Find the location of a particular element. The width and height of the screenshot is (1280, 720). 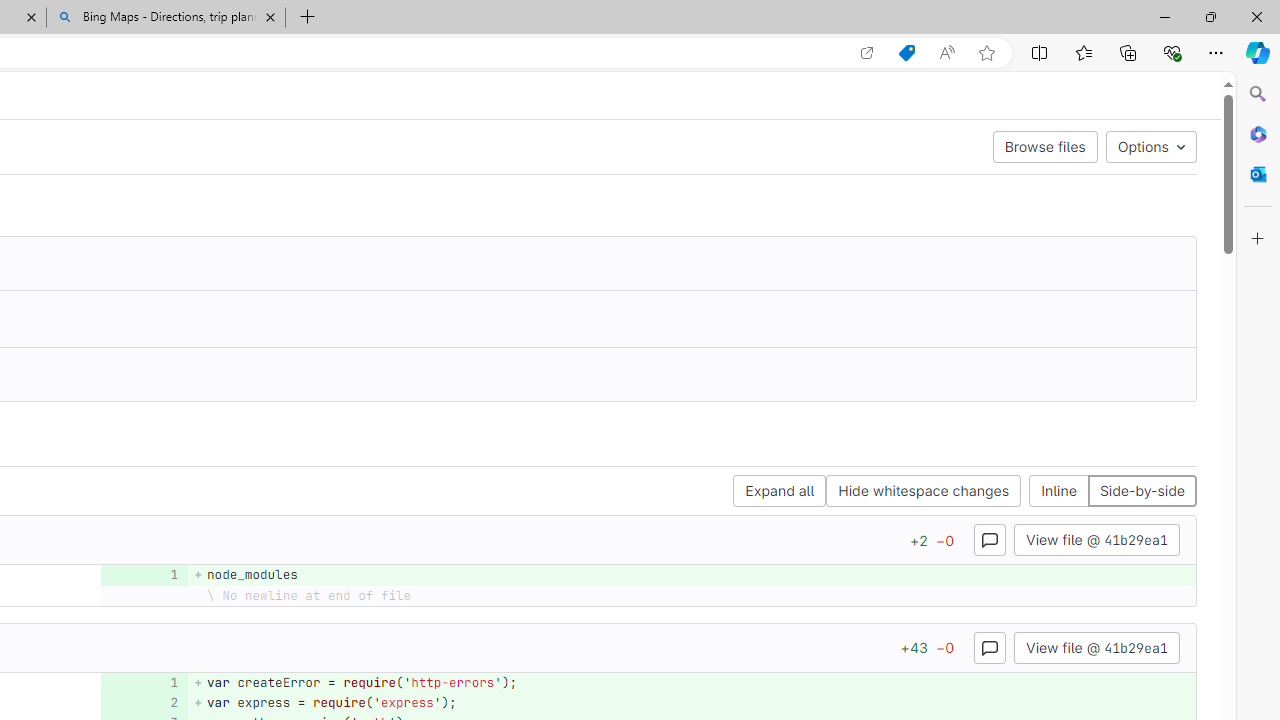

'2' is located at coordinates (141, 701).